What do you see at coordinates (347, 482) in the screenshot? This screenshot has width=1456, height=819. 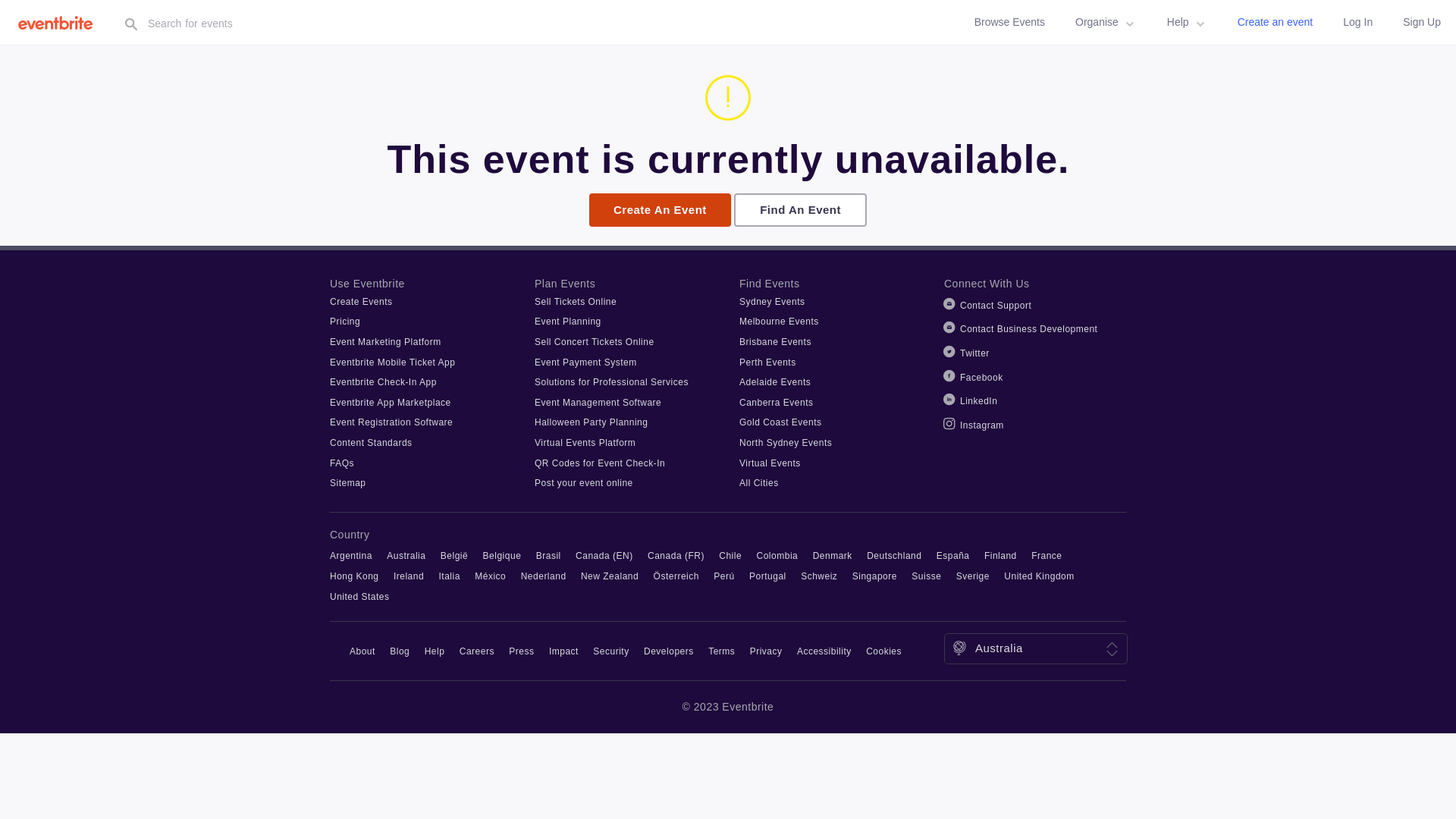 I see `'Sitemap'` at bounding box center [347, 482].